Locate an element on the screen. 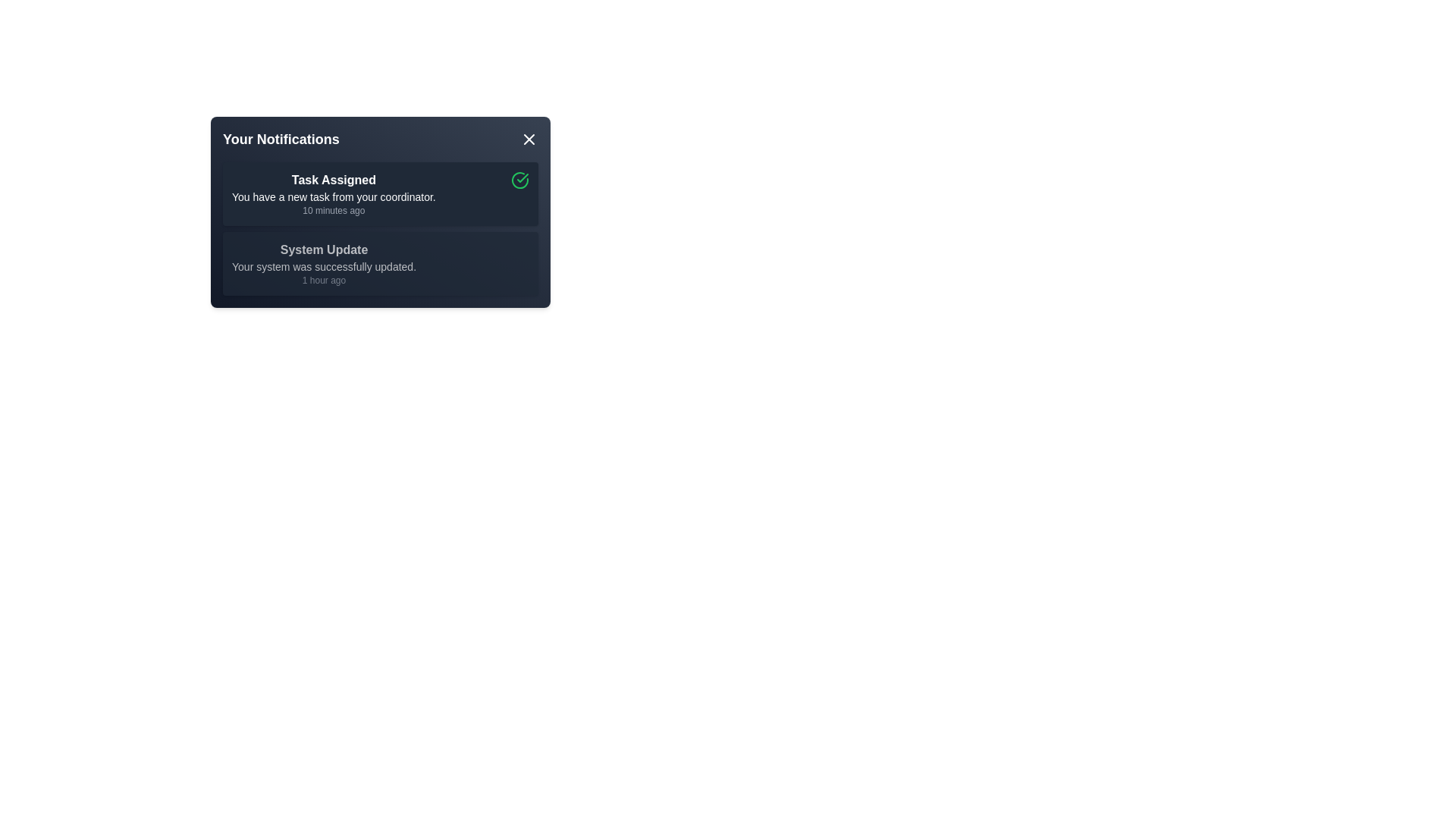  the first notification item titled 'Task Assigned' located in the notification panel under 'Your Notifications' is located at coordinates (333, 193).